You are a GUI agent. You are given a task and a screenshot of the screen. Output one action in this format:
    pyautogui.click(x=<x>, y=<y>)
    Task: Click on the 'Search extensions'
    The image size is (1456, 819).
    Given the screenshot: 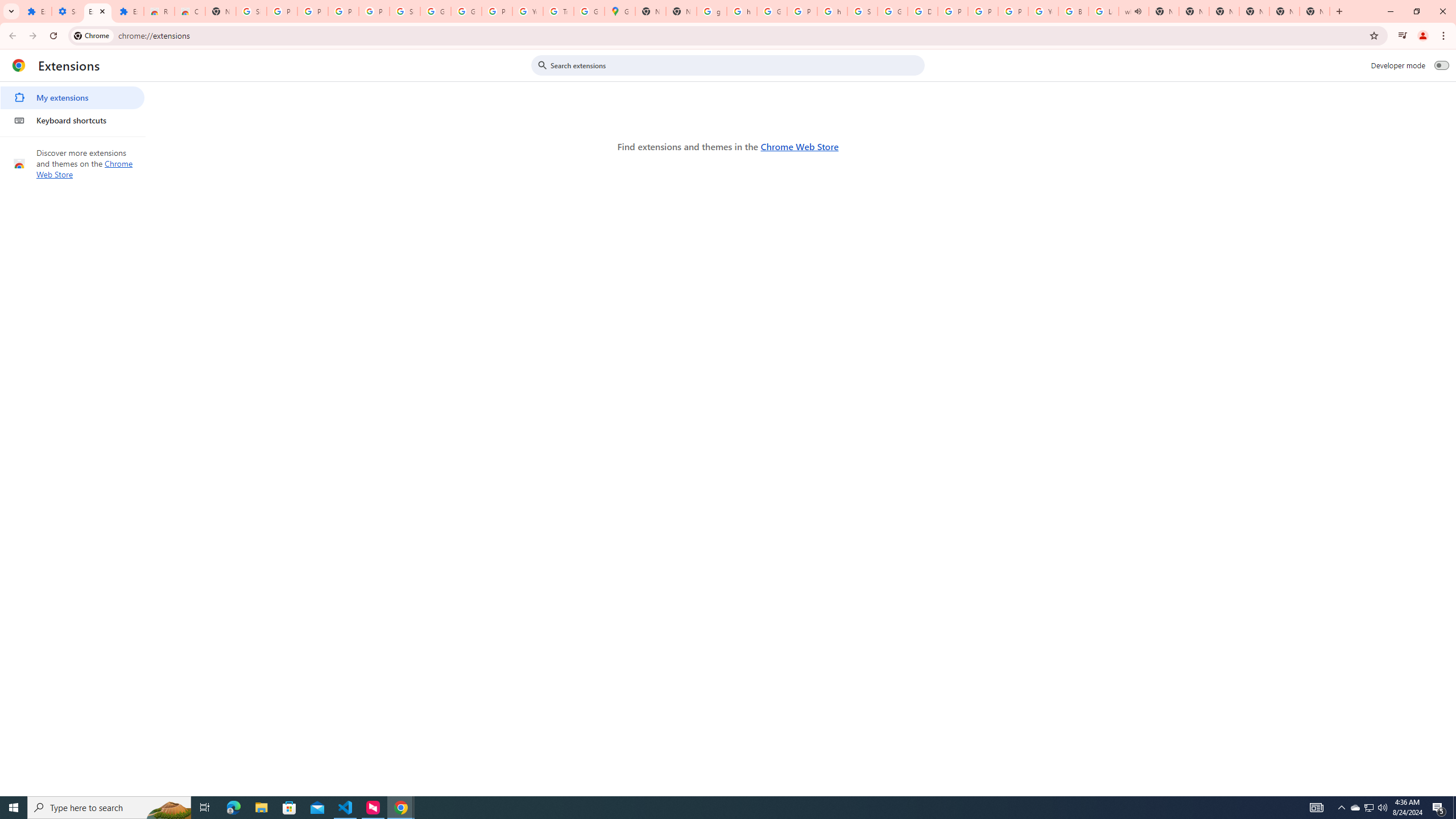 What is the action you would take?
    pyautogui.click(x=735, y=65)
    